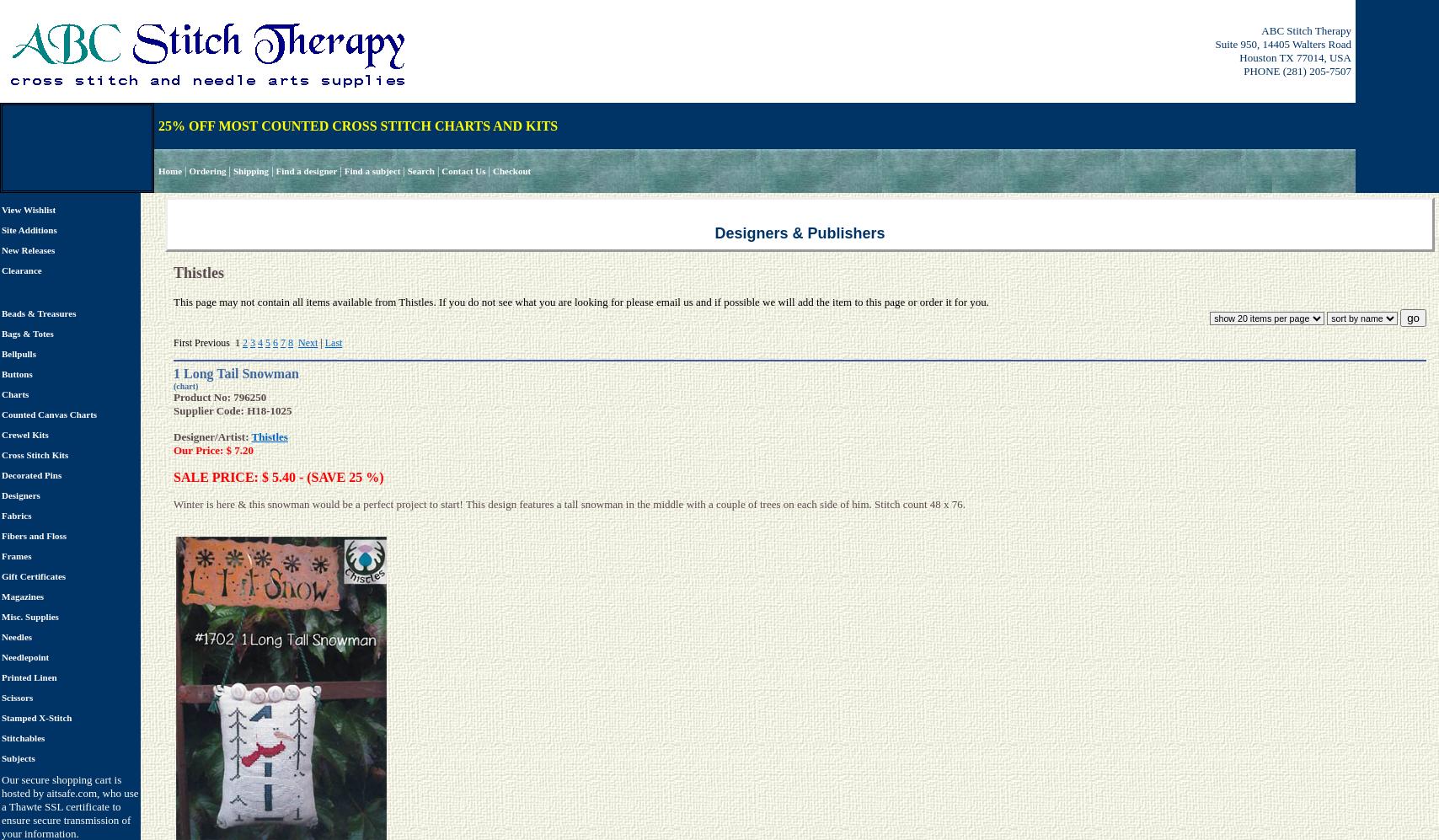 This screenshot has height=840, width=1439. Describe the element at coordinates (372, 169) in the screenshot. I see `'Find a subject'` at that location.